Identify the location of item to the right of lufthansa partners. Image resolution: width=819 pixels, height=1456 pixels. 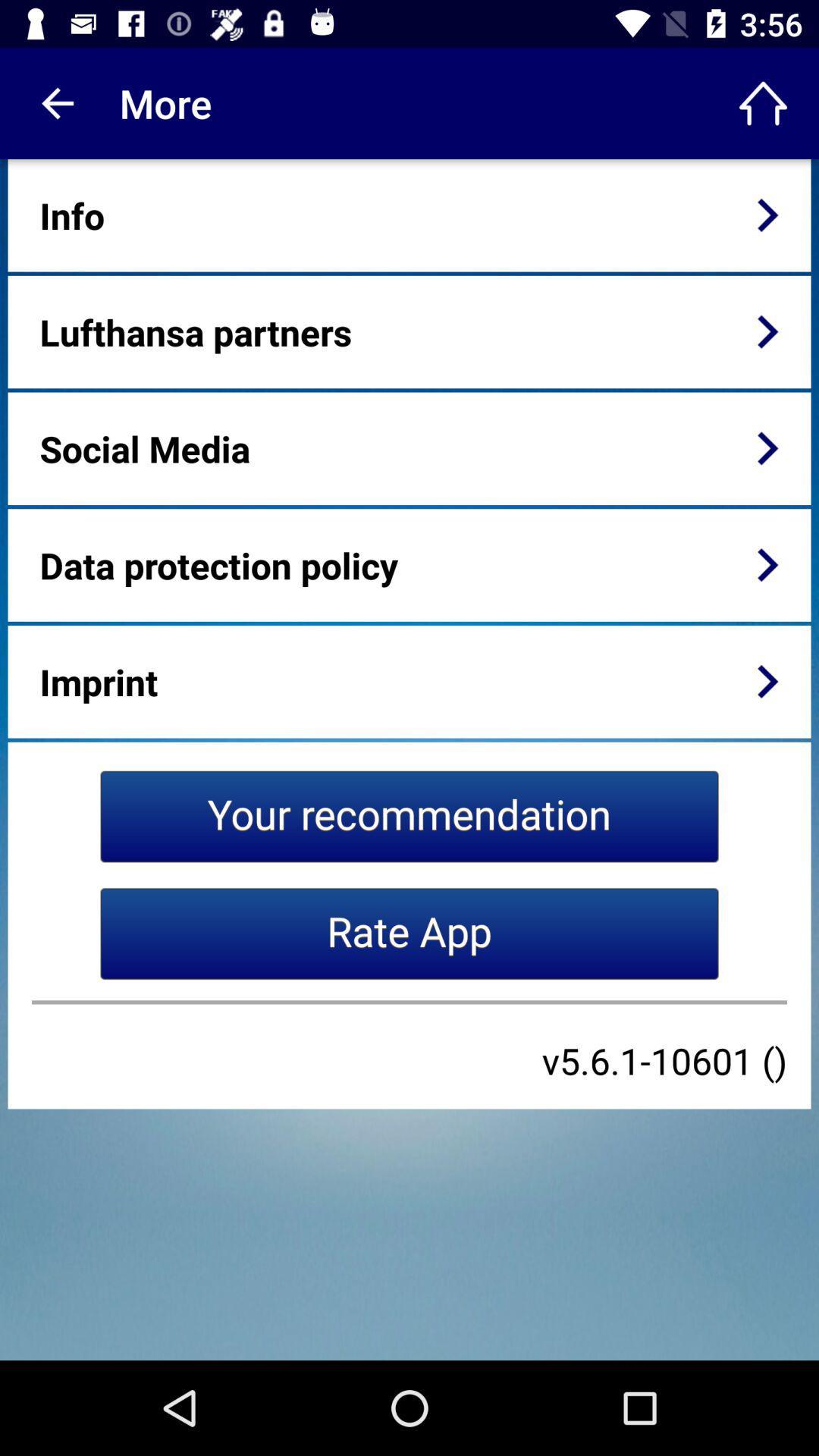
(767, 331).